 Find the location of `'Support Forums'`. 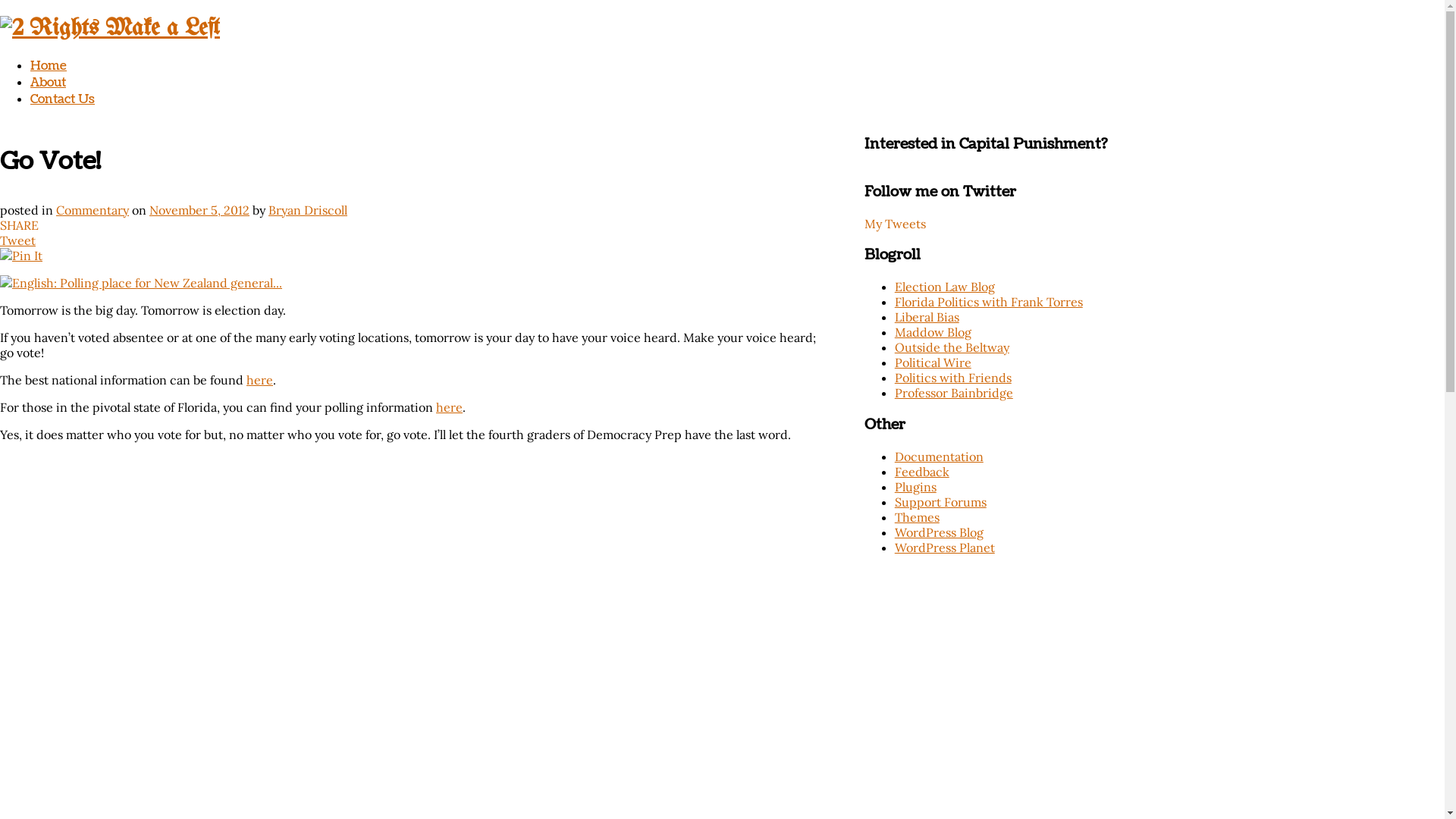

'Support Forums' is located at coordinates (940, 502).